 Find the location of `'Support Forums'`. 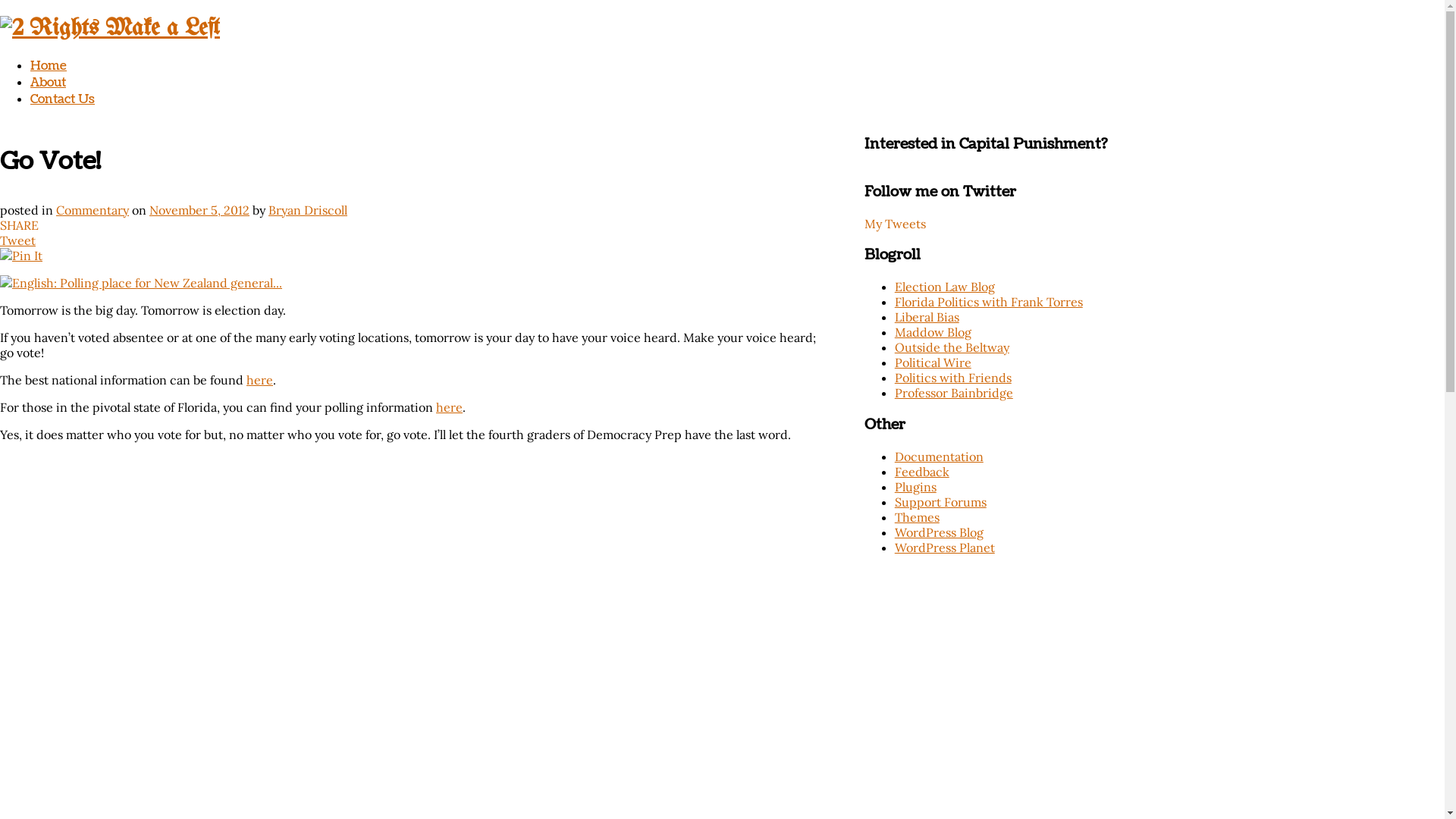

'Support Forums' is located at coordinates (940, 502).